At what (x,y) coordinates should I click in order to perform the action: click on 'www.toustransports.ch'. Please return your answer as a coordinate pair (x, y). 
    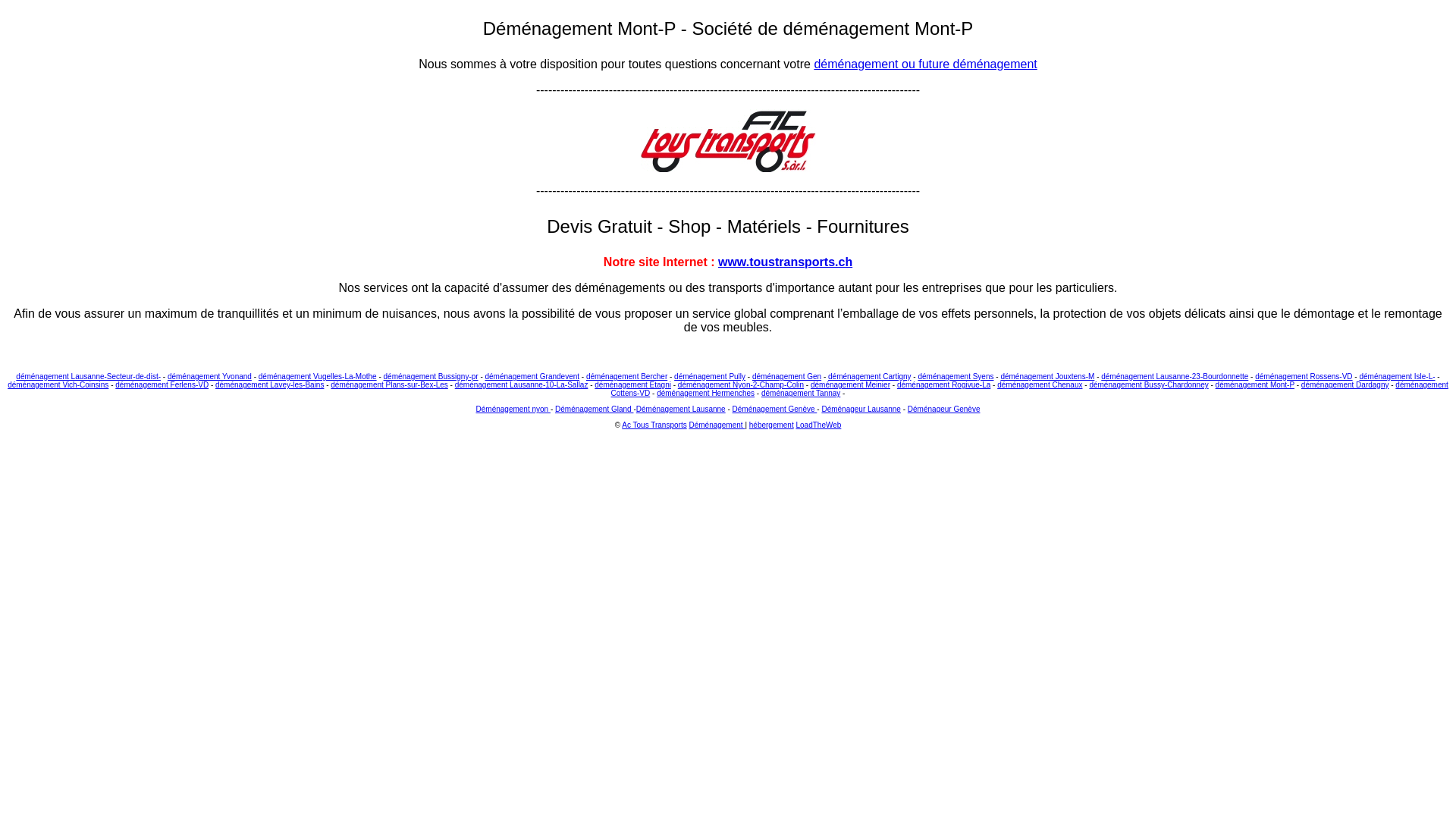
    Looking at the image, I should click on (785, 261).